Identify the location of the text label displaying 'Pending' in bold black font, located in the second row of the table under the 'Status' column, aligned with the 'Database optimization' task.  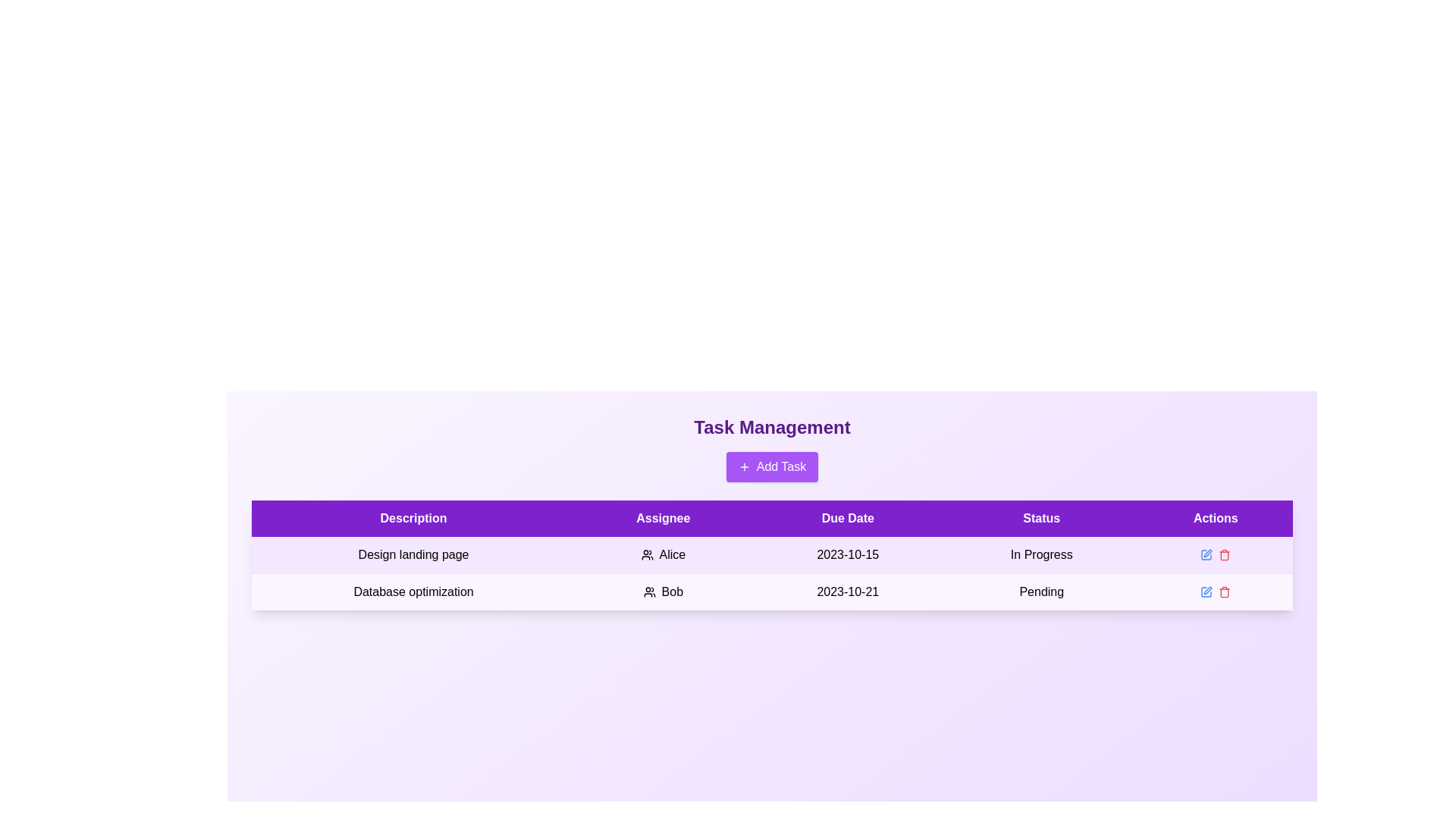
(1040, 591).